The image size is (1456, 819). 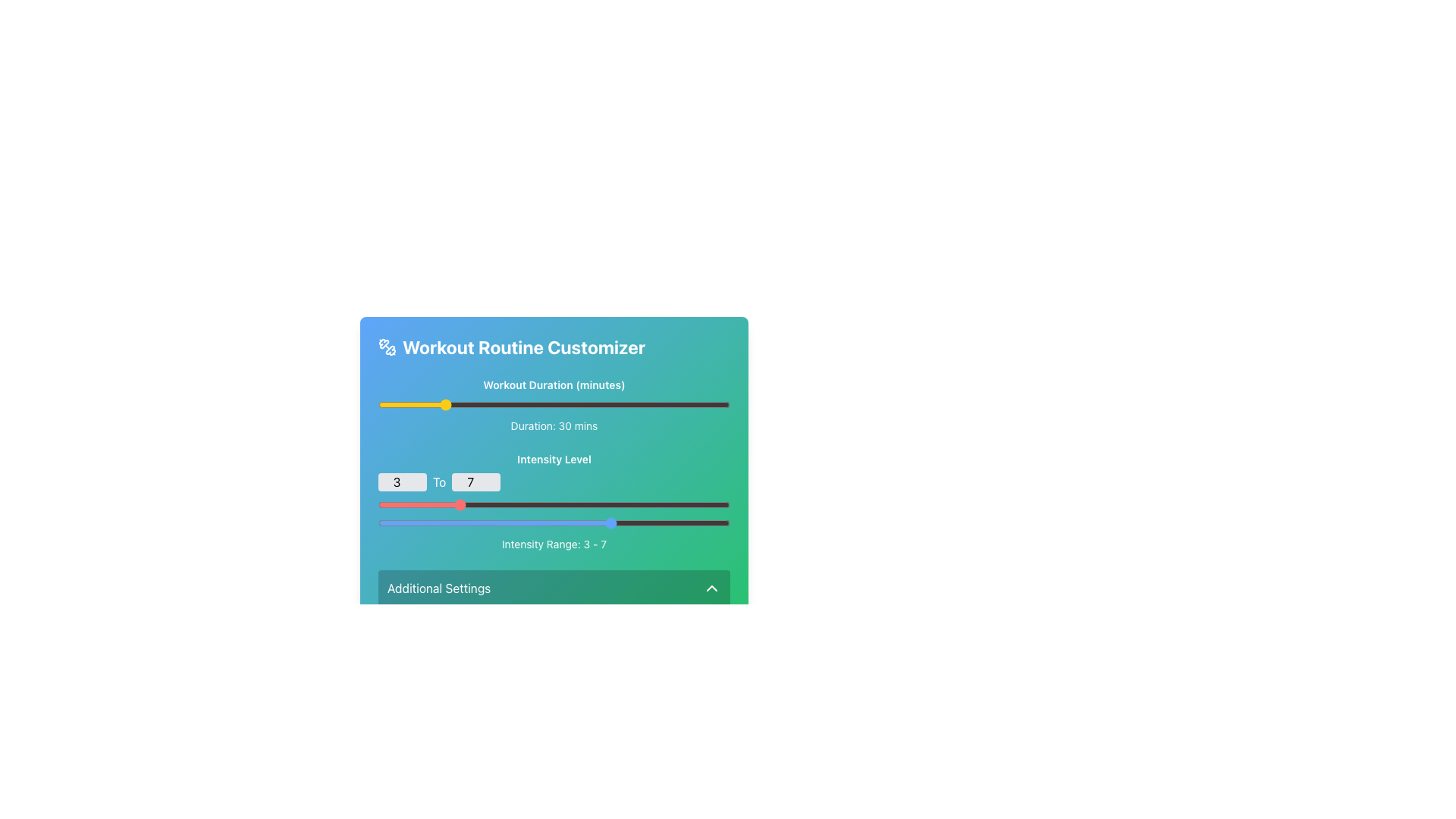 What do you see at coordinates (634, 403) in the screenshot?
I see `workout duration` at bounding box center [634, 403].